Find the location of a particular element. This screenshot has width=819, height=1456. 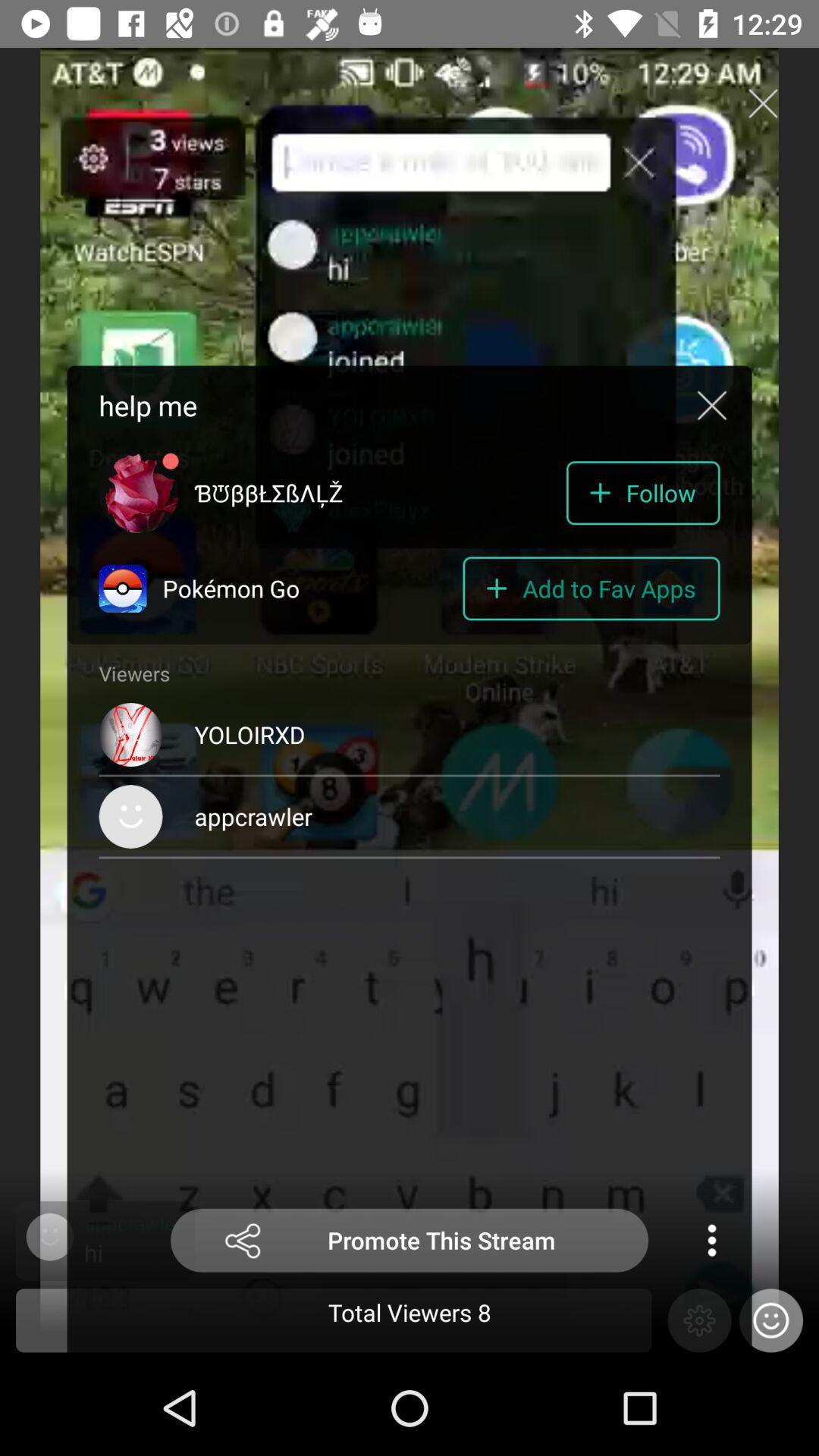

the emoji icon is located at coordinates (771, 1319).